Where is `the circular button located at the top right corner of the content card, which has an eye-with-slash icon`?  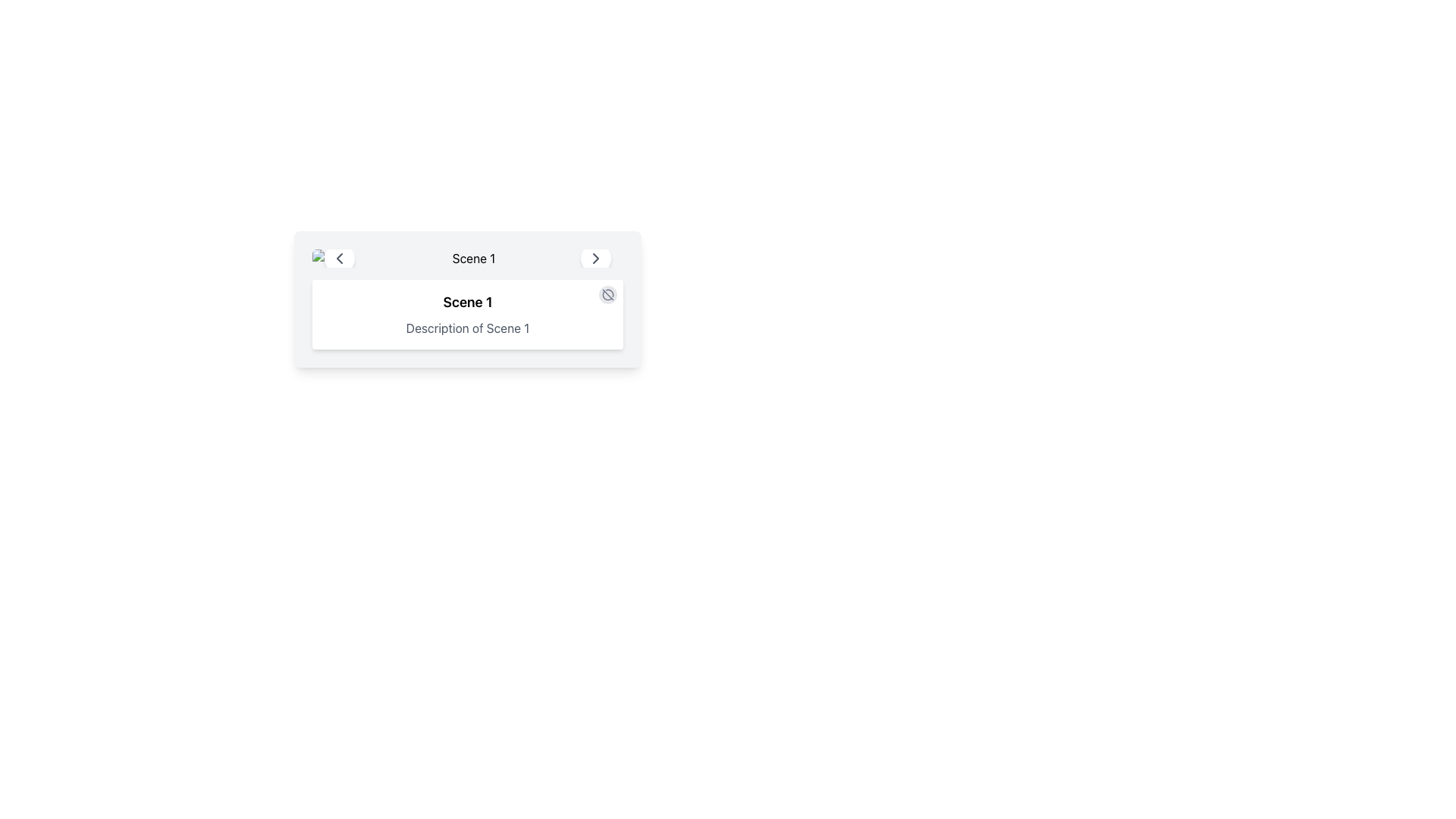
the circular button located at the top right corner of the content card, which has an eye-with-slash icon is located at coordinates (607, 295).